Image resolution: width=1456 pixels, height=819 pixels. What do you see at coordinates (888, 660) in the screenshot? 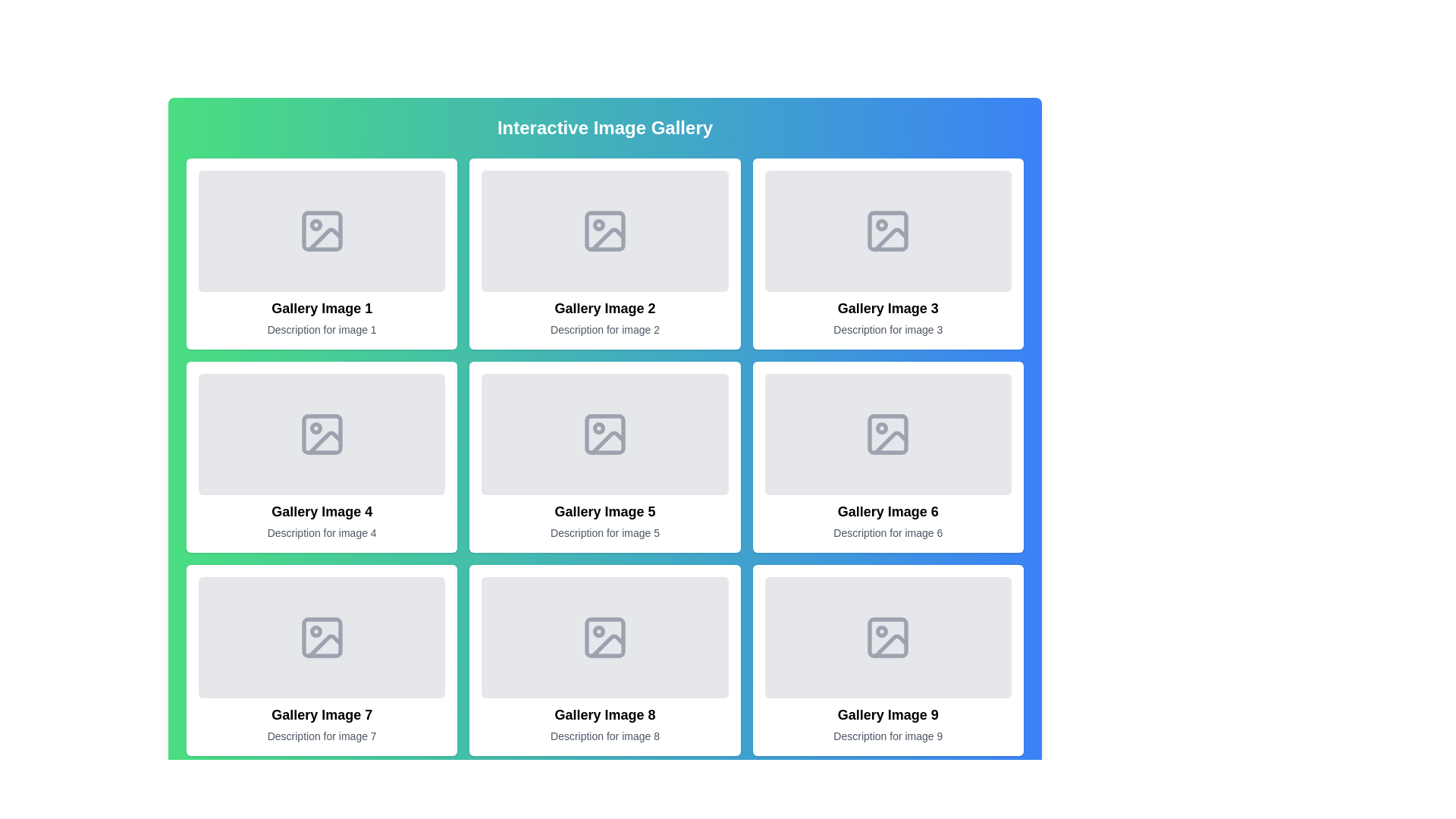
I see `the gallery image placeholder located in the bottom-right corner of the 3x3 grid layout, identified as 'Gallery Image 8'` at bounding box center [888, 660].